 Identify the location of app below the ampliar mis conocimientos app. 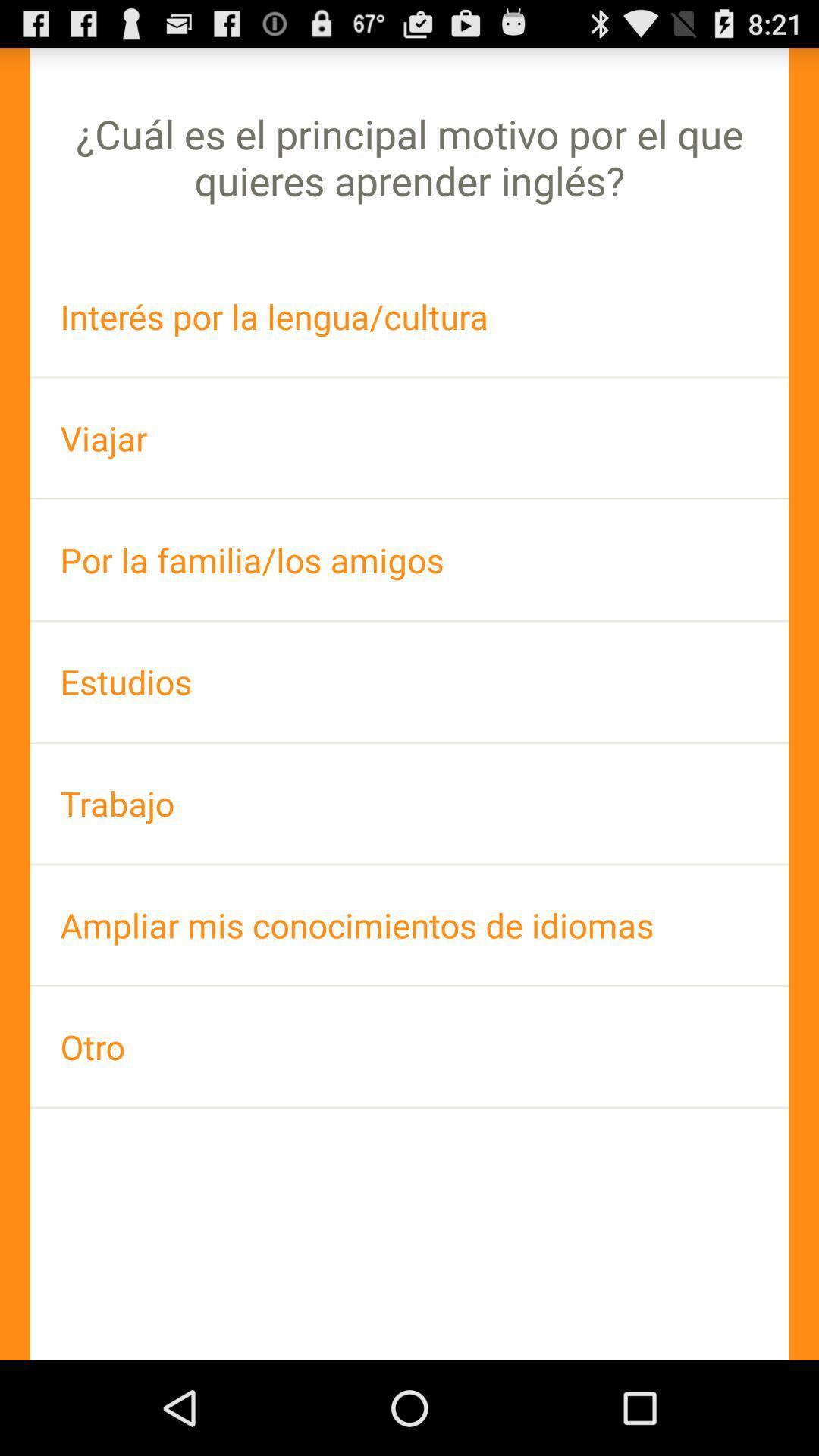
(409, 1046).